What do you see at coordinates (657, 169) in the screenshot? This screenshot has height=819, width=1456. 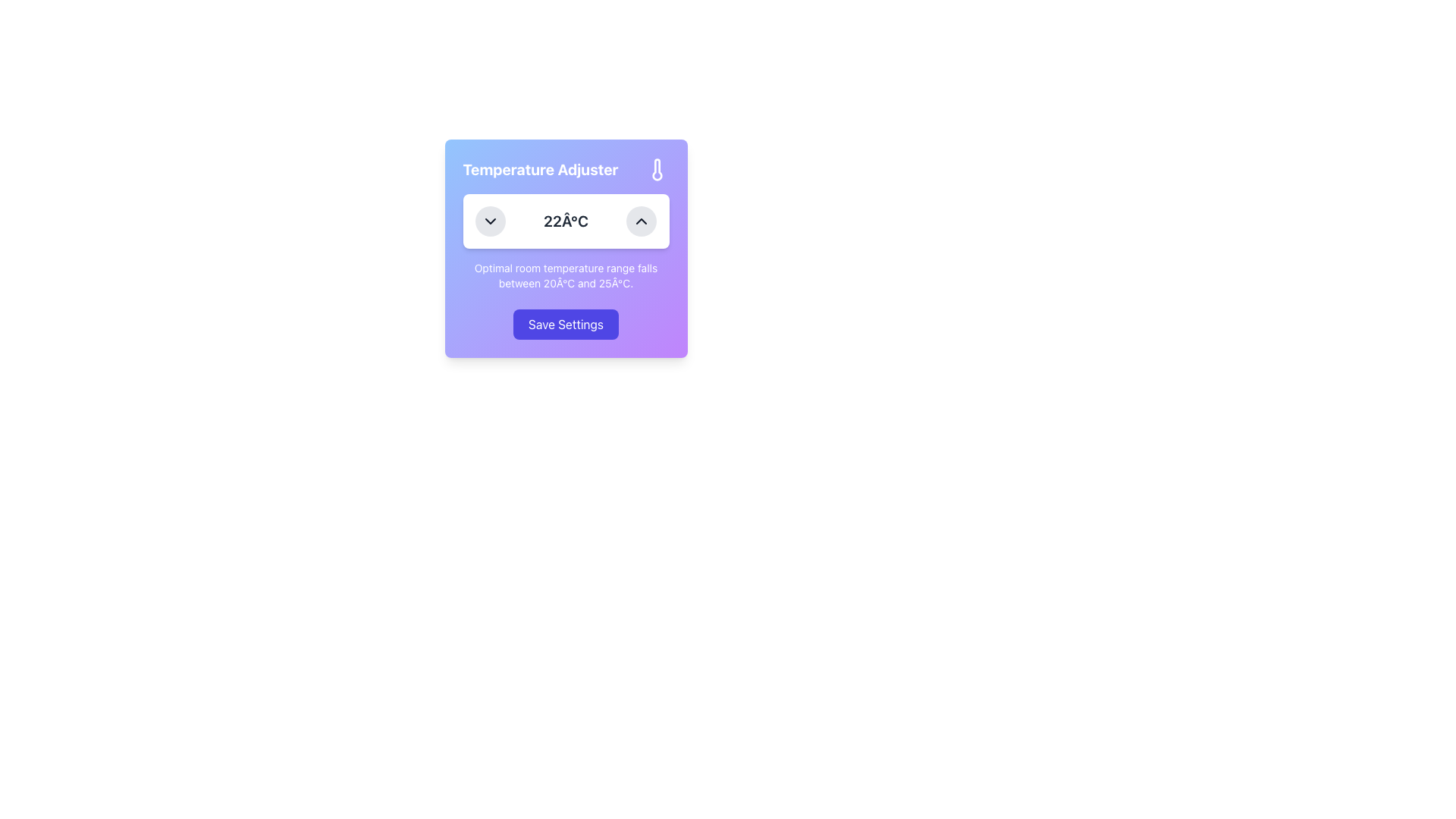 I see `the decorative graphic that represents the stem of the thermometer icon located at the top-right corner of the card component` at bounding box center [657, 169].